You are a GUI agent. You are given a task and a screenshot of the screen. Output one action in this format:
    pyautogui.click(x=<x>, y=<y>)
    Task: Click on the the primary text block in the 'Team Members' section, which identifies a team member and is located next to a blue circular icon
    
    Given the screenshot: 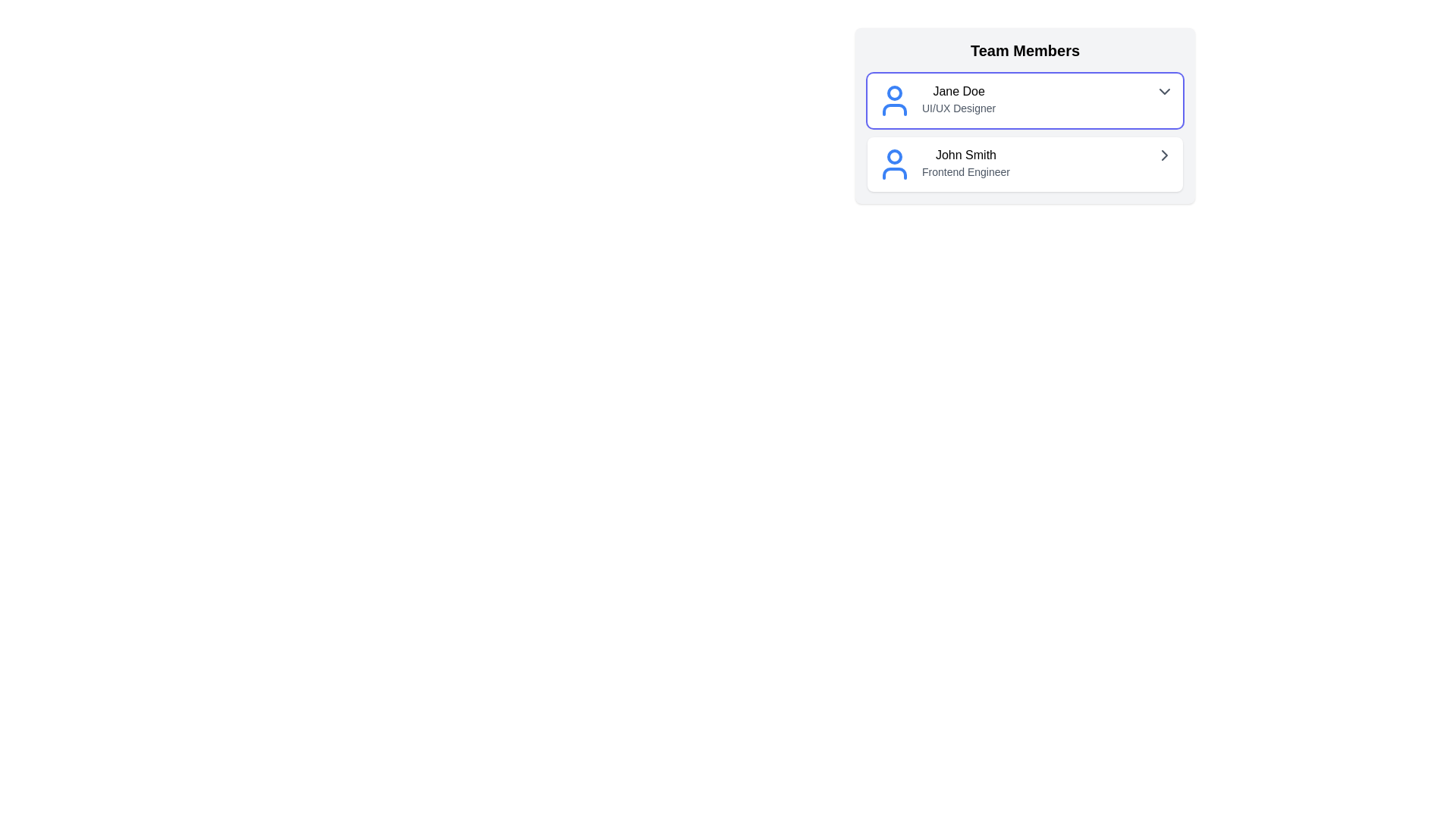 What is the action you would take?
    pyautogui.click(x=958, y=99)
    